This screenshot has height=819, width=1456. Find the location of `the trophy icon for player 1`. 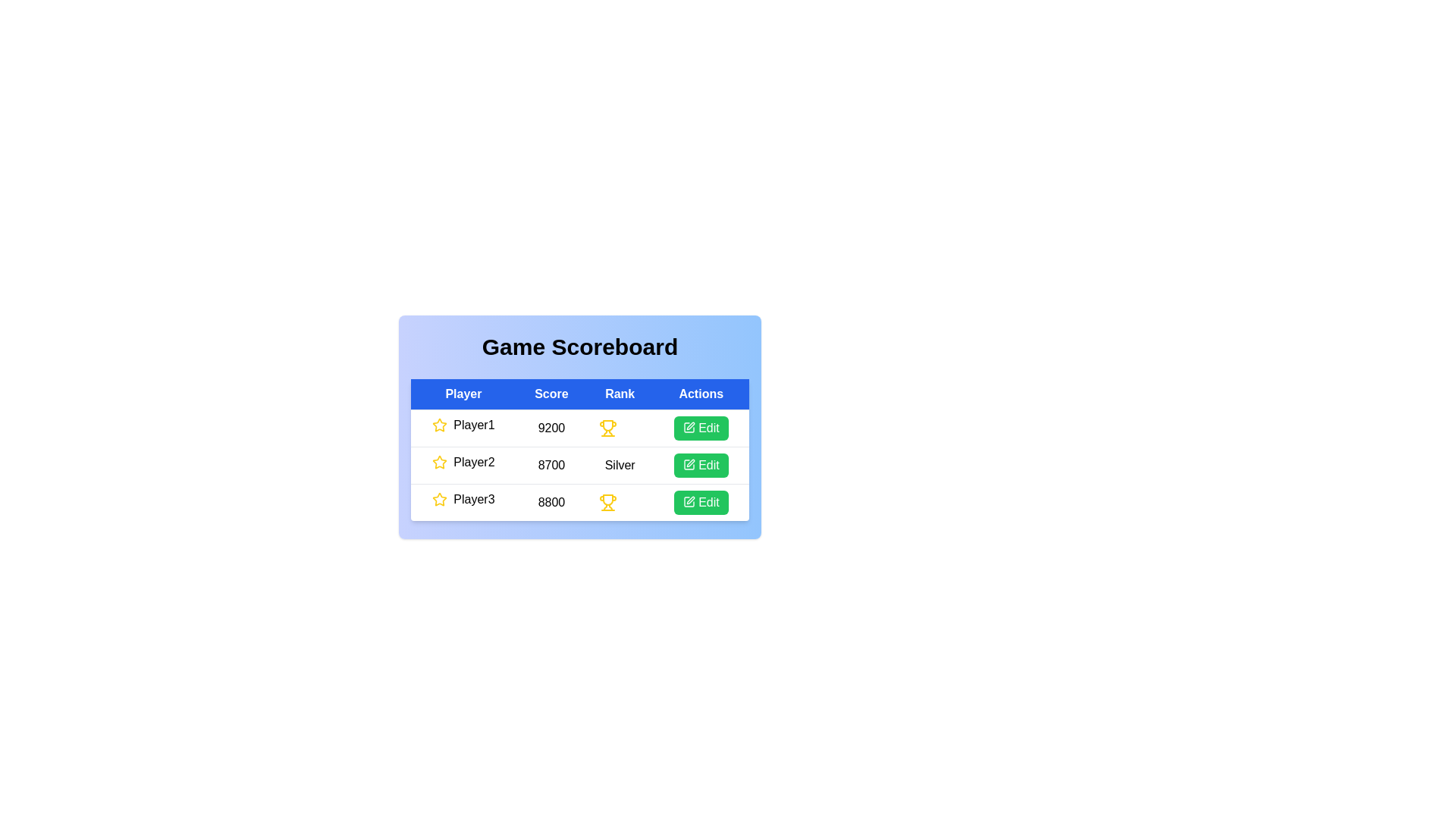

the trophy icon for player 1 is located at coordinates (607, 428).